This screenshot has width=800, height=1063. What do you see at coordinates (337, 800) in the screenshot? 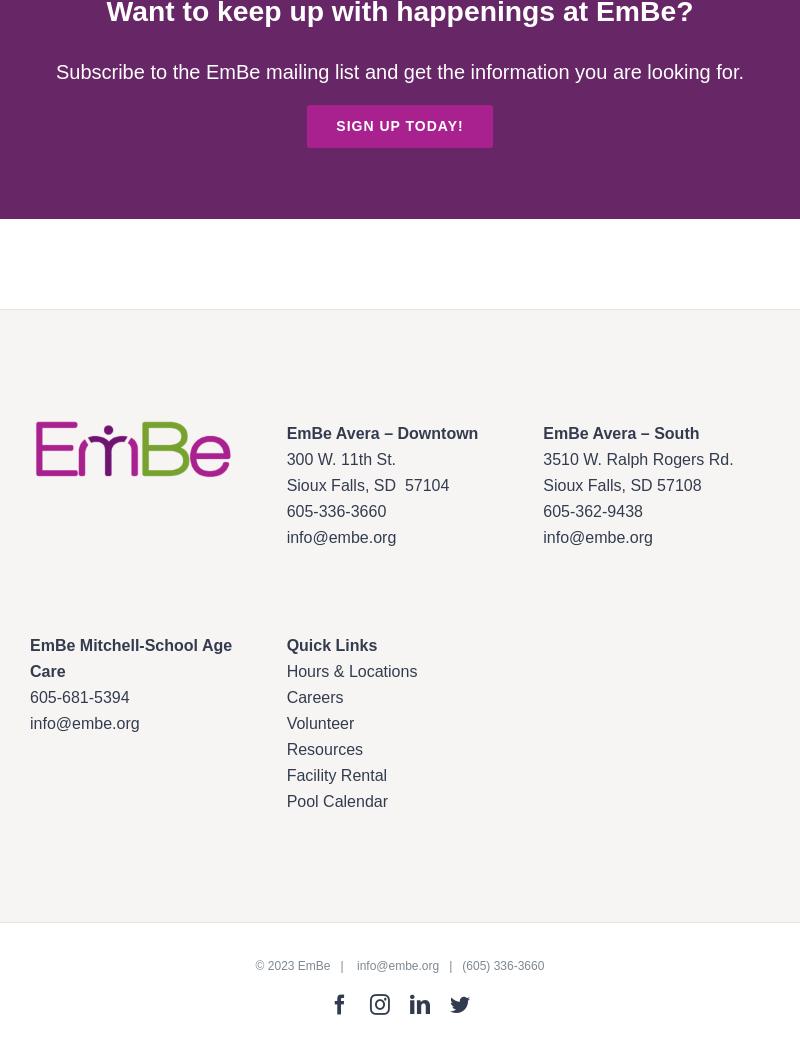
I see `'Pool Calendar'` at bounding box center [337, 800].